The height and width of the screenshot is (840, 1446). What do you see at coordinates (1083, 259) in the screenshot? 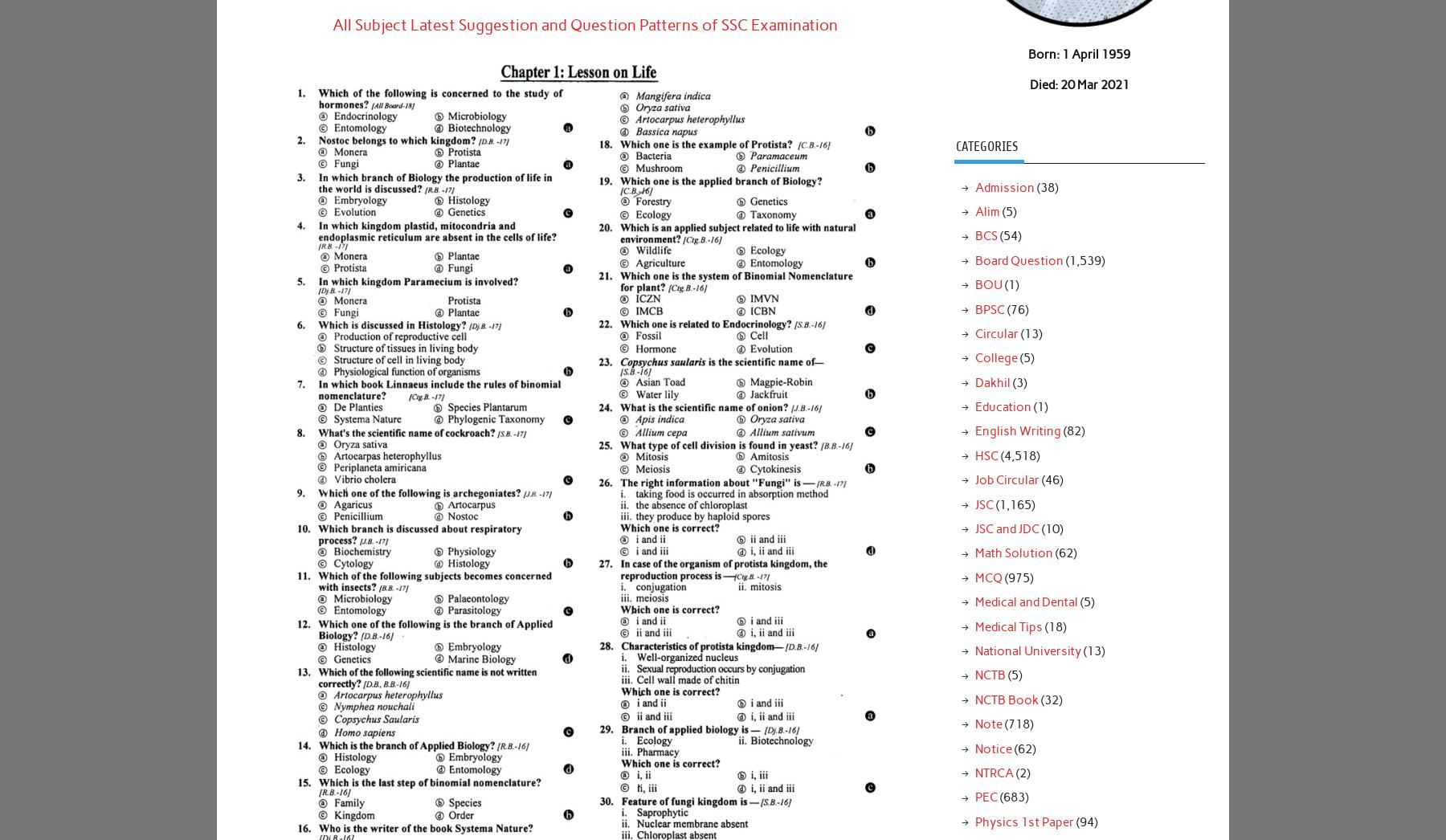
I see `'(1,539)'` at bounding box center [1083, 259].